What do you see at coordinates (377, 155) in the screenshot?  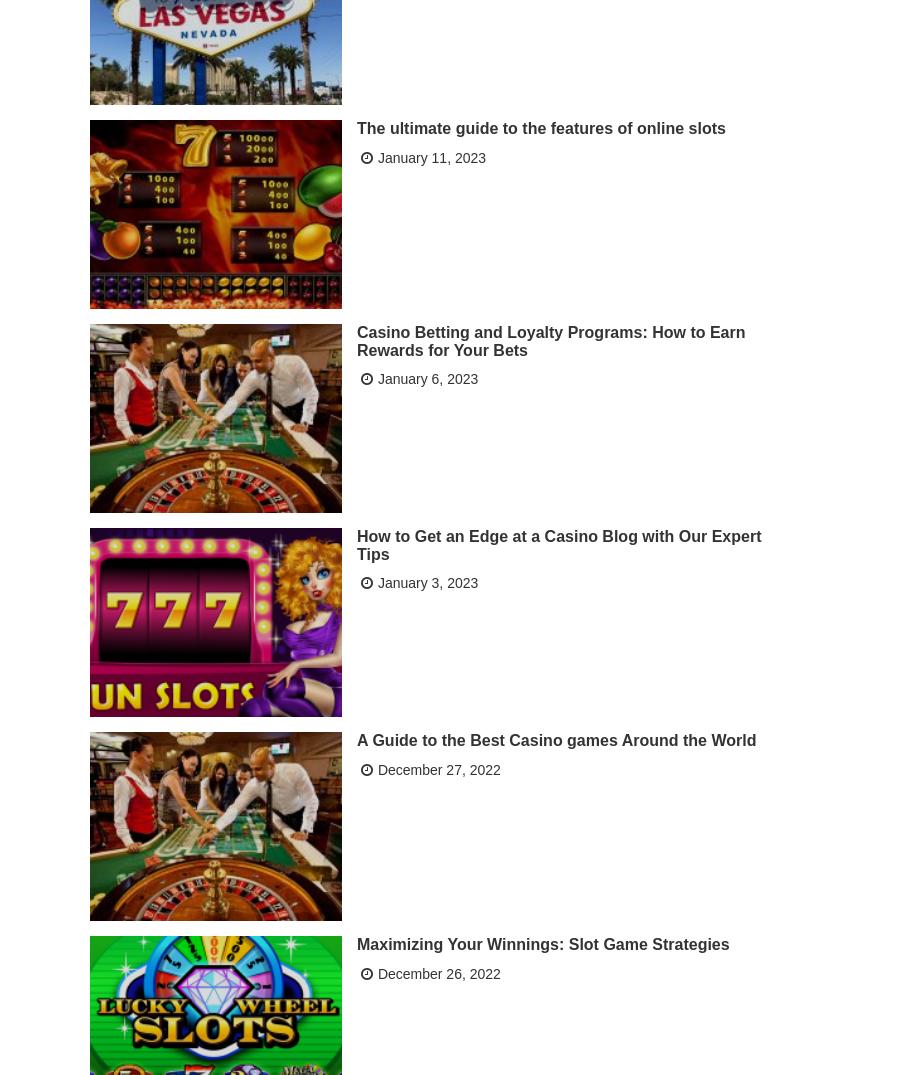 I see `'January 11, 2023'` at bounding box center [377, 155].